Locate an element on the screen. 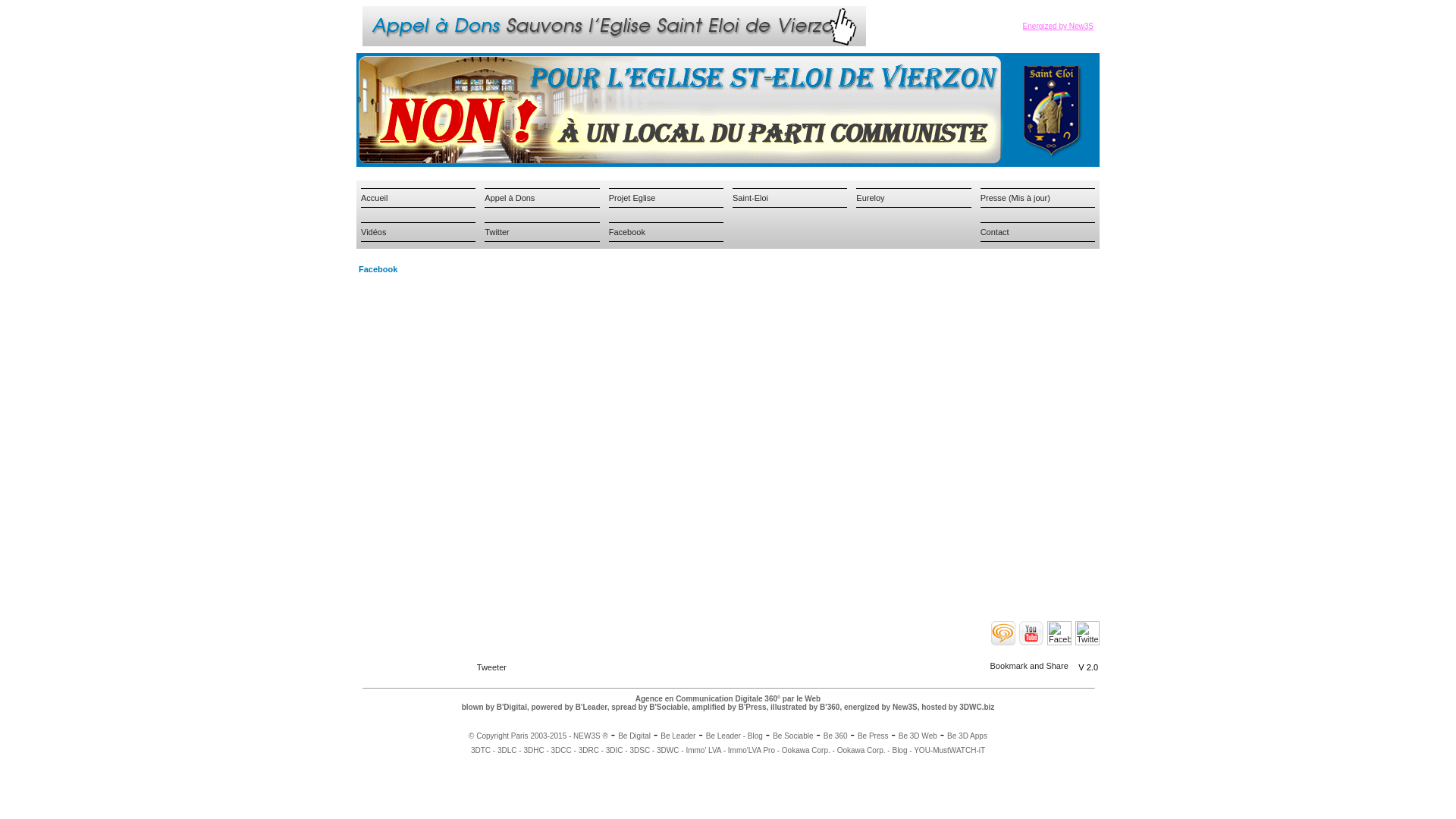 This screenshot has width=1456, height=819. 'Facebook' is located at coordinates (1046, 632).